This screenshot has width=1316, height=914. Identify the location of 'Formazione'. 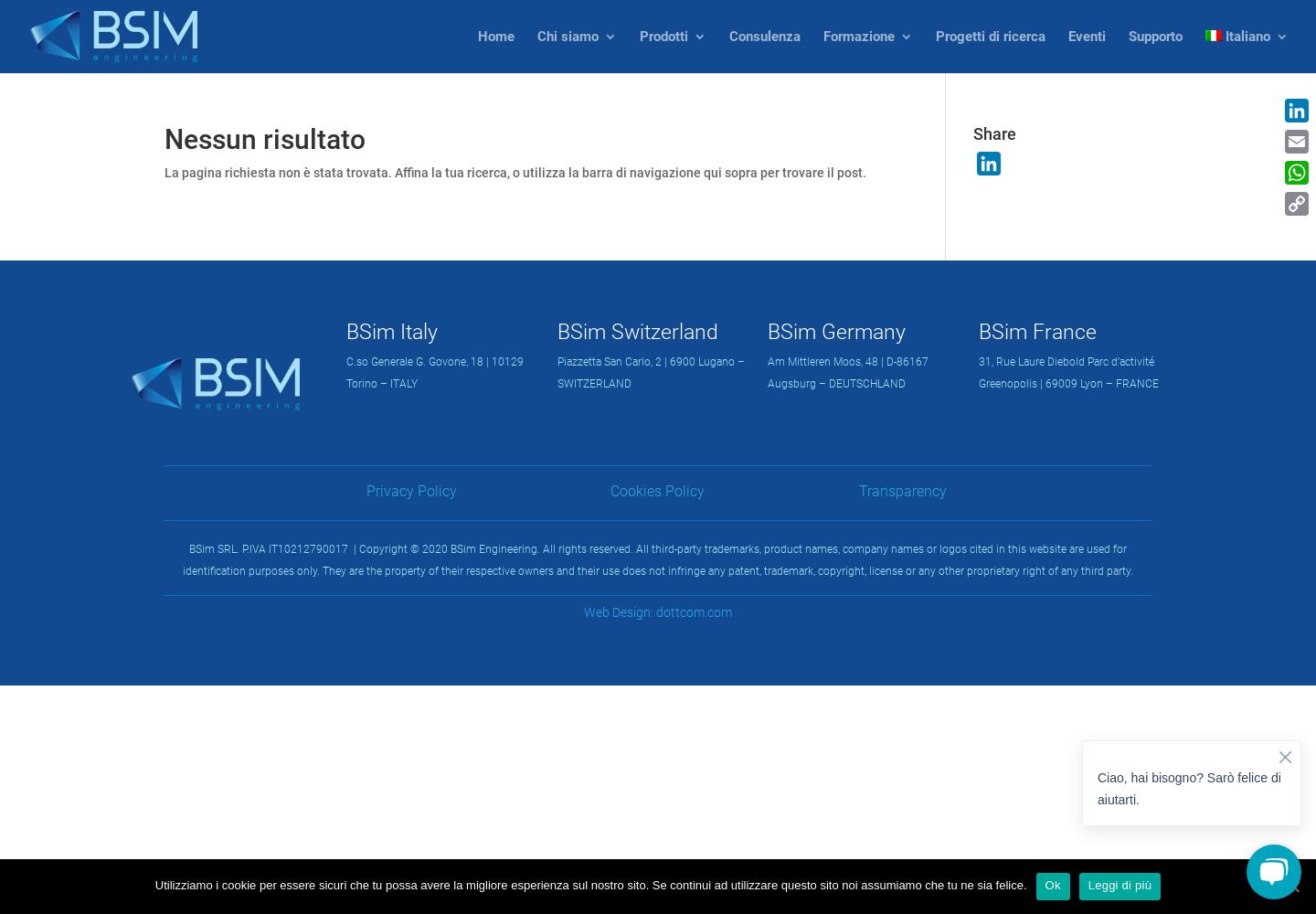
(858, 37).